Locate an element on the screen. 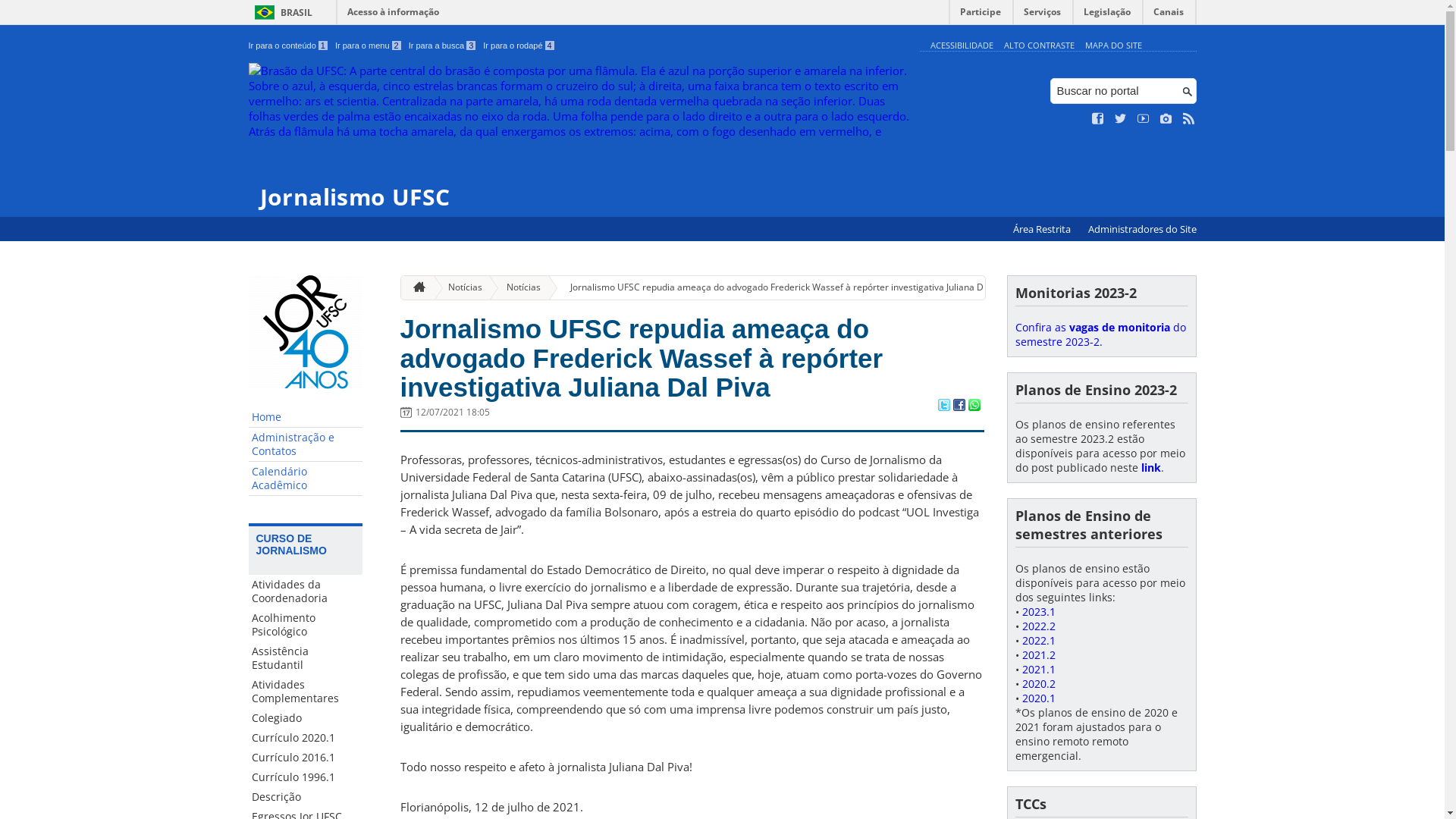 The height and width of the screenshot is (819, 1456). '2020.1' is located at coordinates (1022, 698).